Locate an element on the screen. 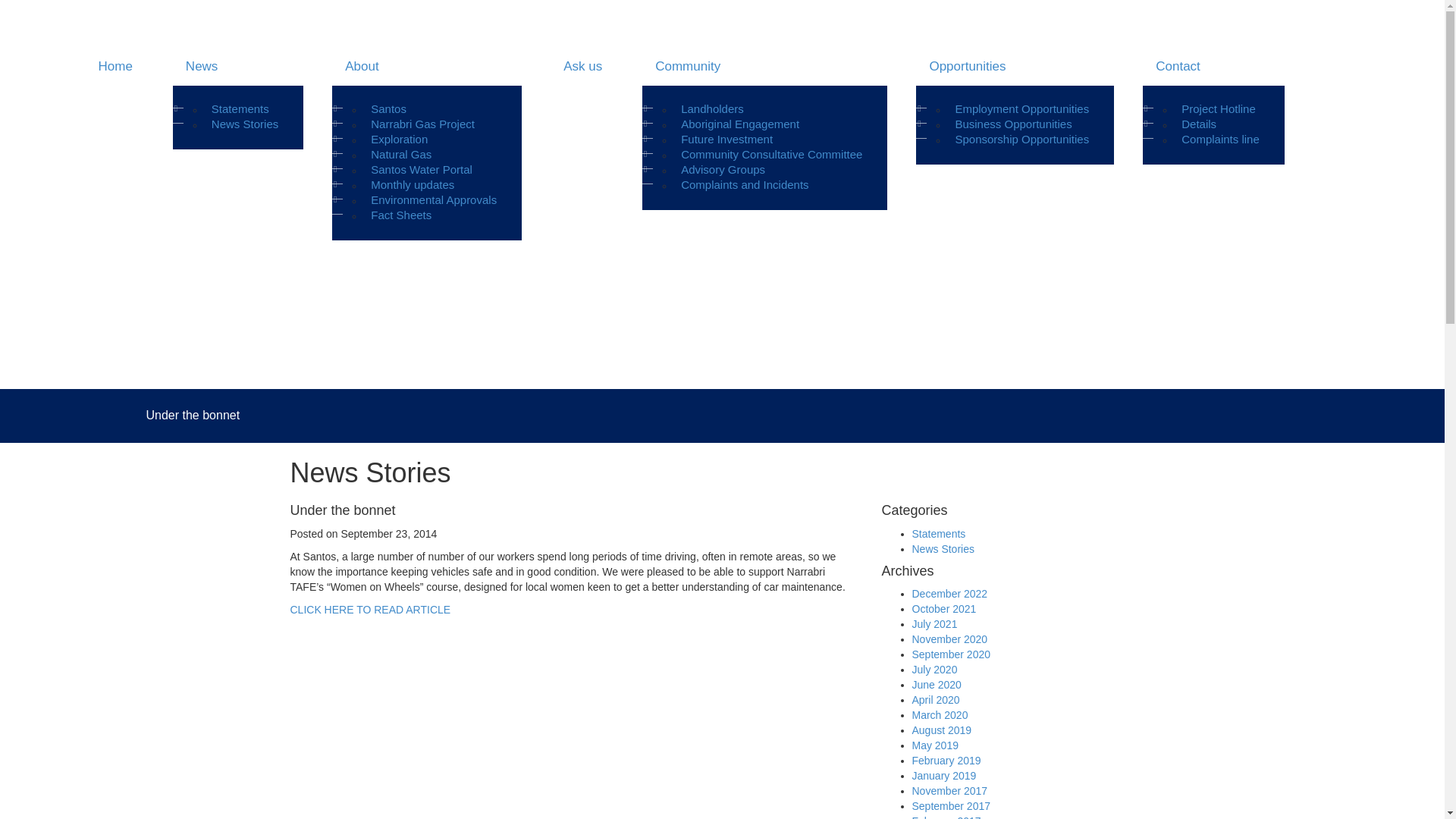  'Project Hotline' is located at coordinates (1219, 108).